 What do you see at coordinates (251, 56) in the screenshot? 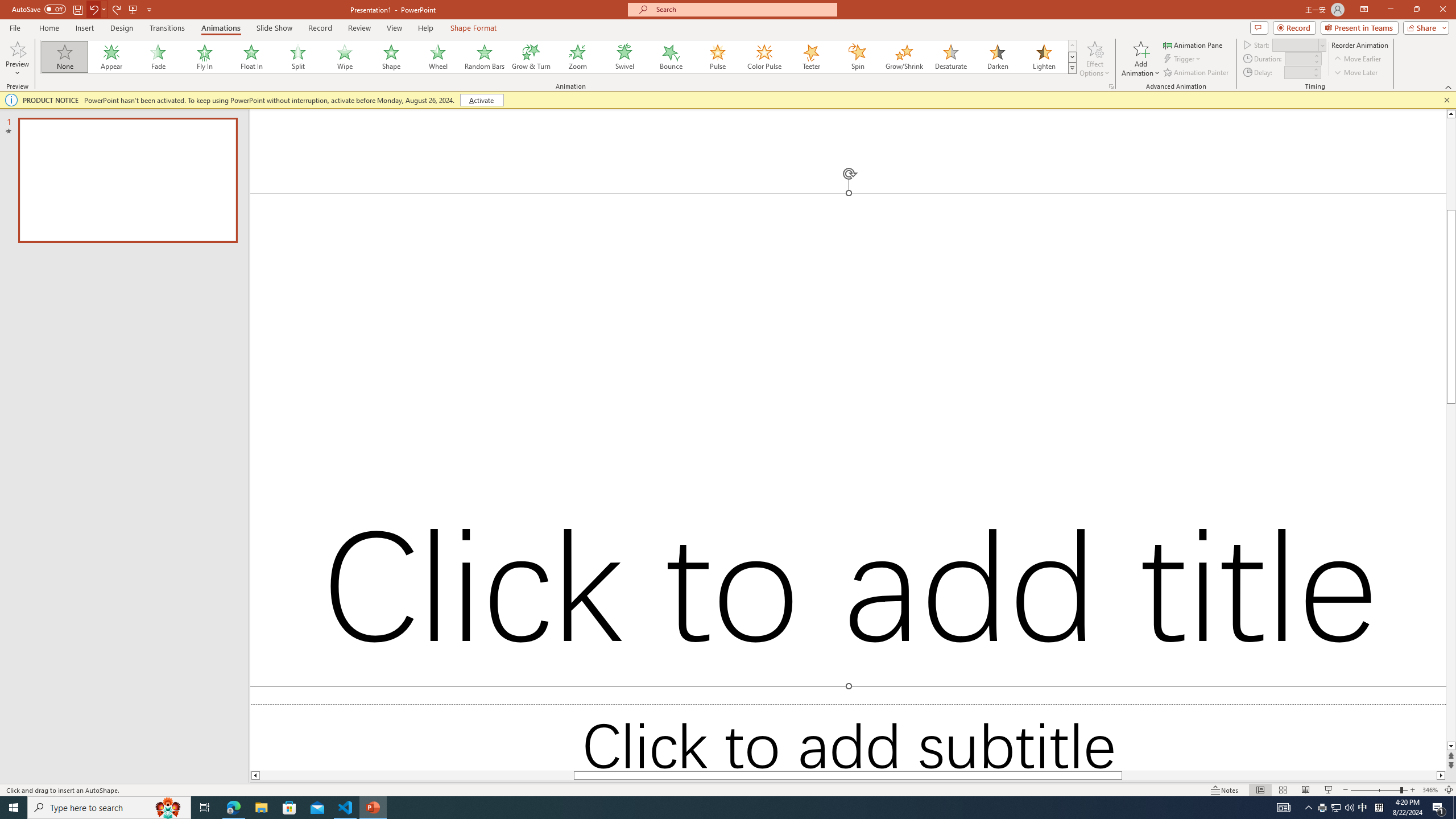
I see `'Float In'` at bounding box center [251, 56].